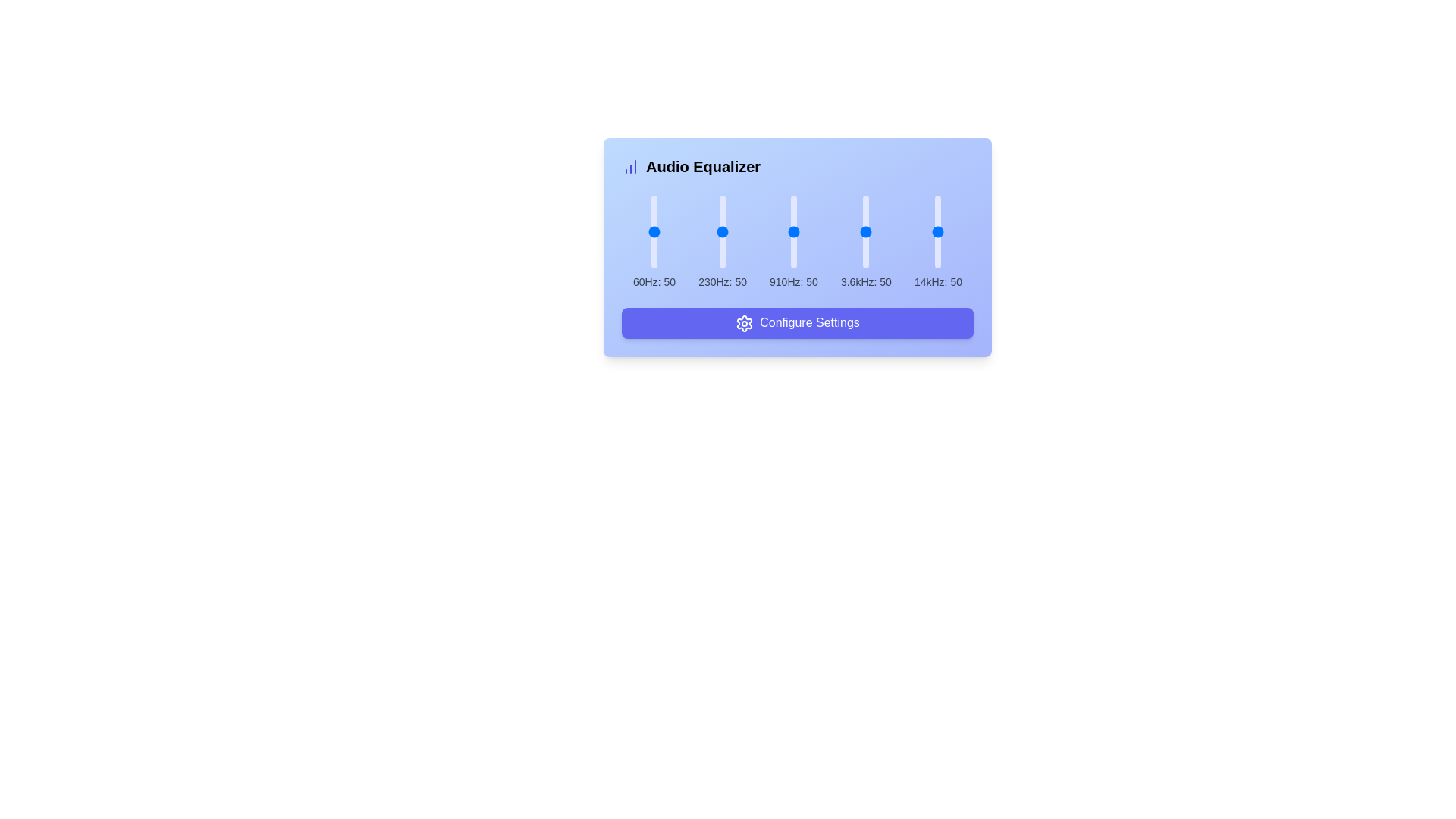  Describe the element at coordinates (796, 242) in the screenshot. I see `the vertical slider labeled '910Hz: 50'` at that location.